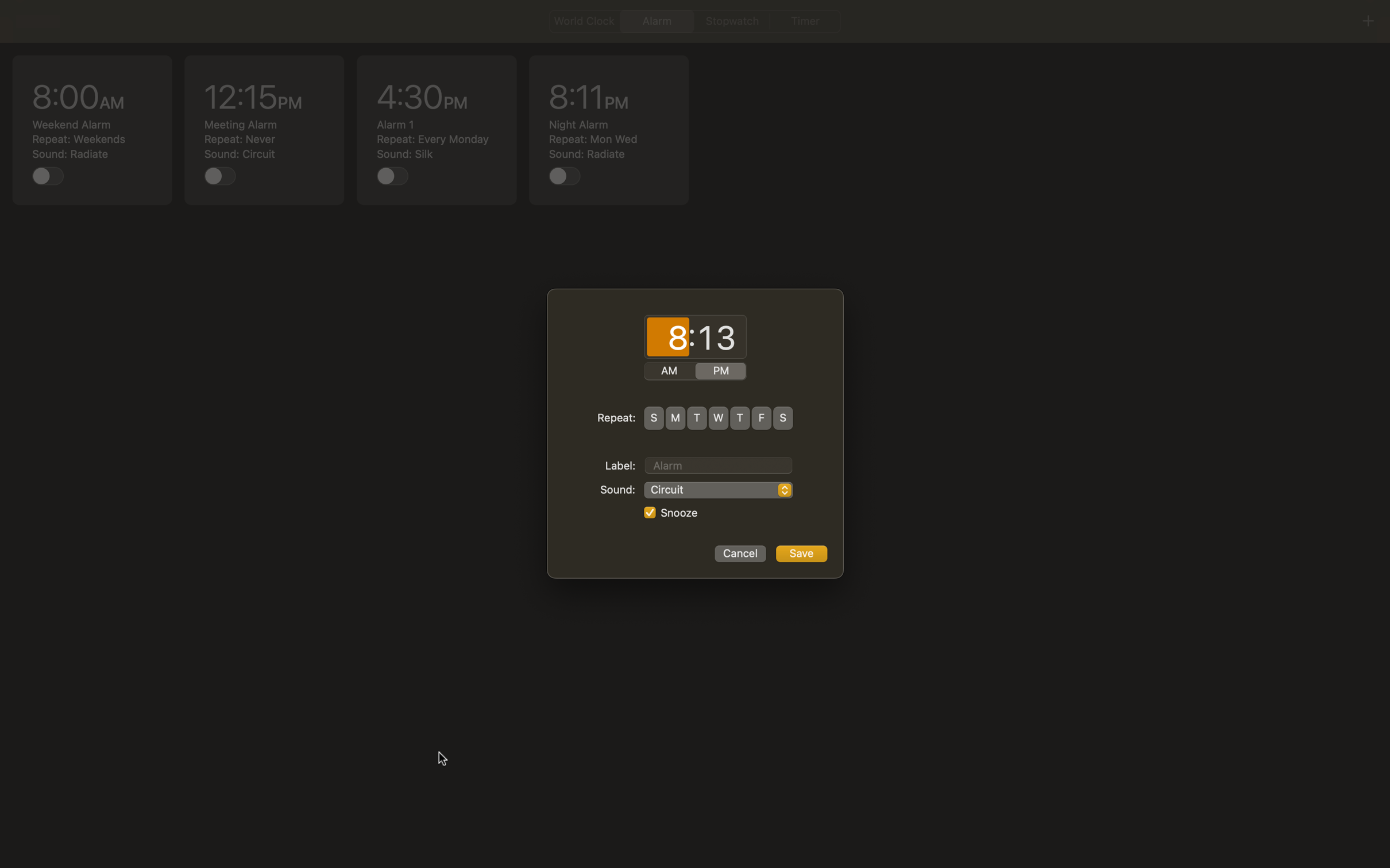 Image resolution: width=1390 pixels, height=868 pixels. I want to click on Finalize alarm configuration, so click(801, 553).